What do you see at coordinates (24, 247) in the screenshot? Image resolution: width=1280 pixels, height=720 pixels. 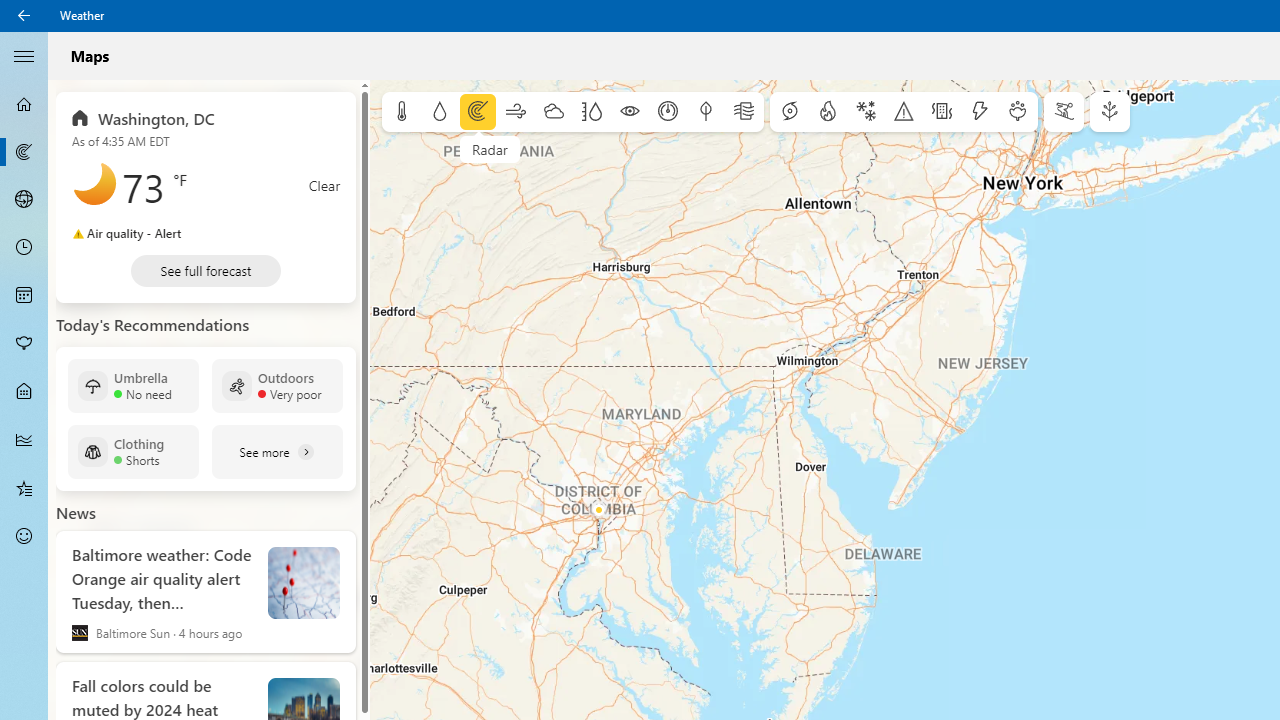 I see `'Hourly Forecast - Not Selected'` at bounding box center [24, 247].